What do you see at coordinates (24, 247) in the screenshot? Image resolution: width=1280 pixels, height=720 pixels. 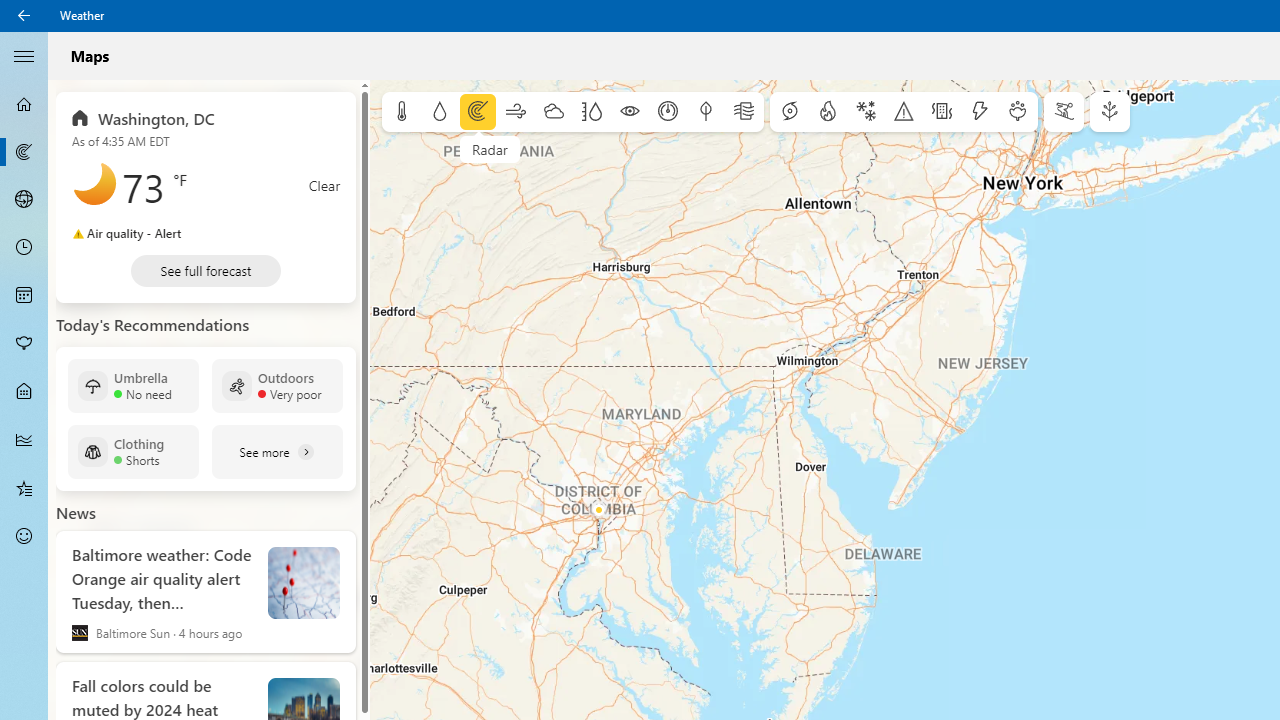 I see `'Hourly Forecast - Not Selected'` at bounding box center [24, 247].